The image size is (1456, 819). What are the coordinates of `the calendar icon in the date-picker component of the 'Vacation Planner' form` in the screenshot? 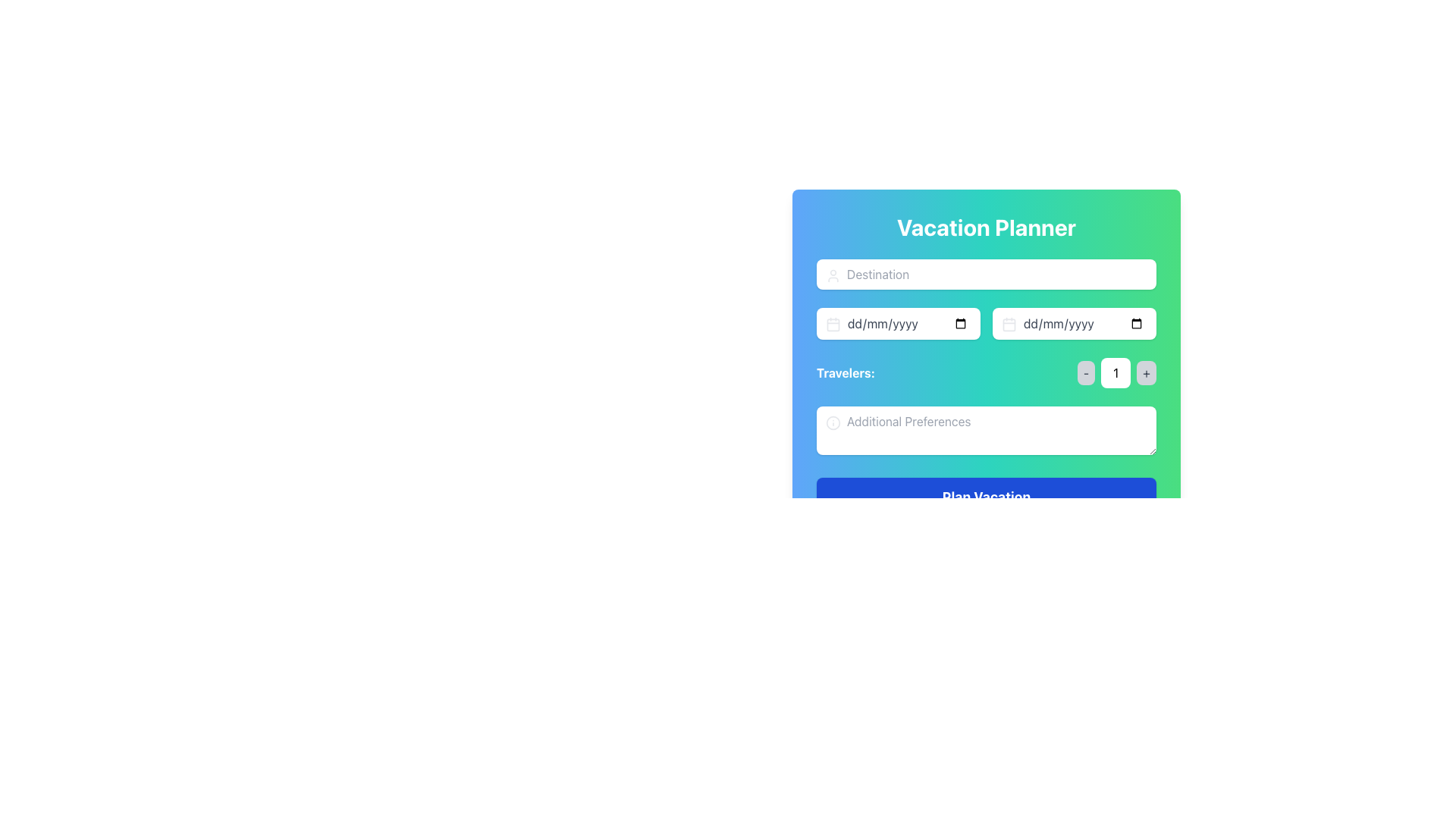 It's located at (986, 323).